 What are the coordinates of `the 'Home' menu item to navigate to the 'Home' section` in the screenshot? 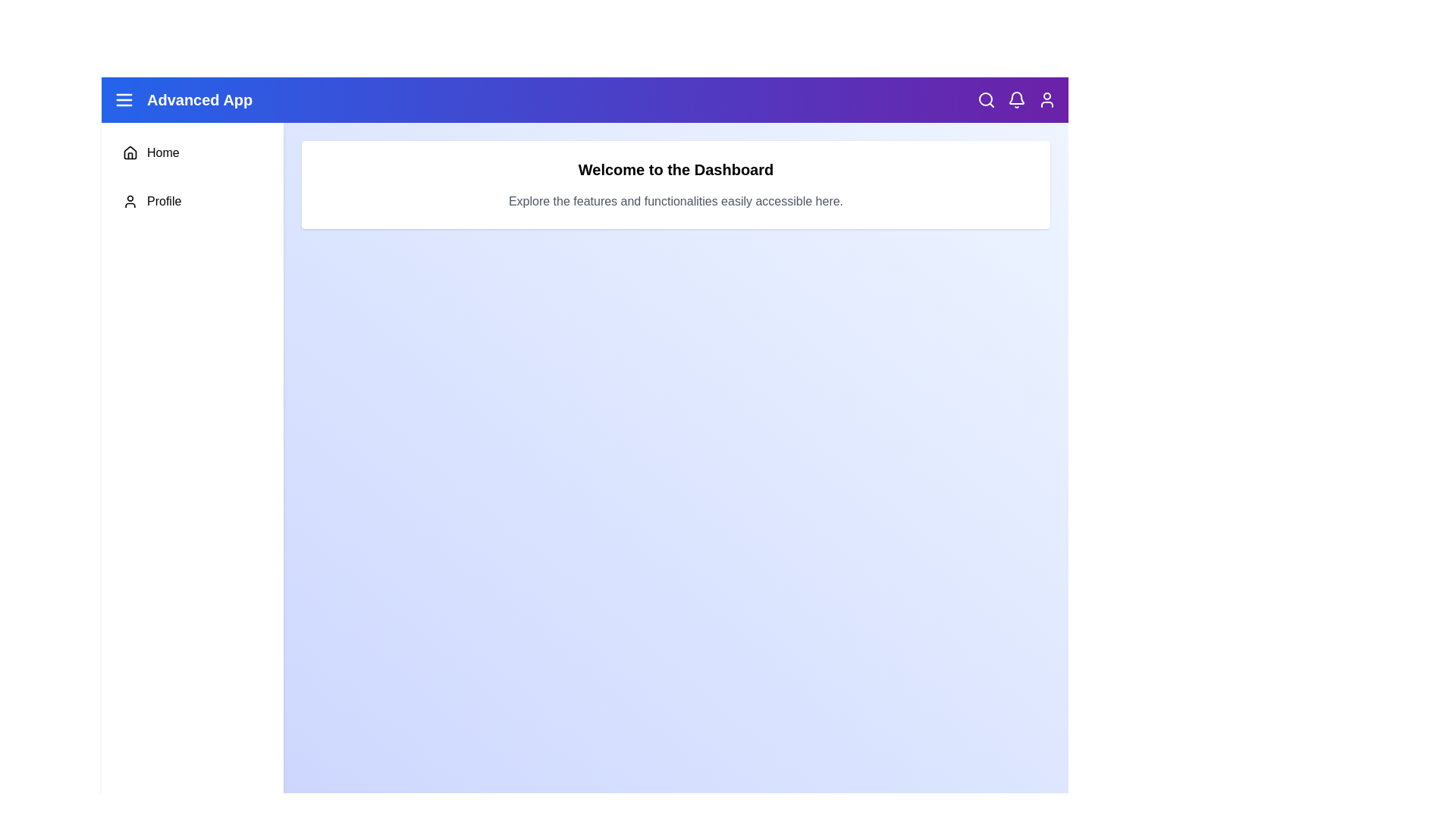 It's located at (192, 152).